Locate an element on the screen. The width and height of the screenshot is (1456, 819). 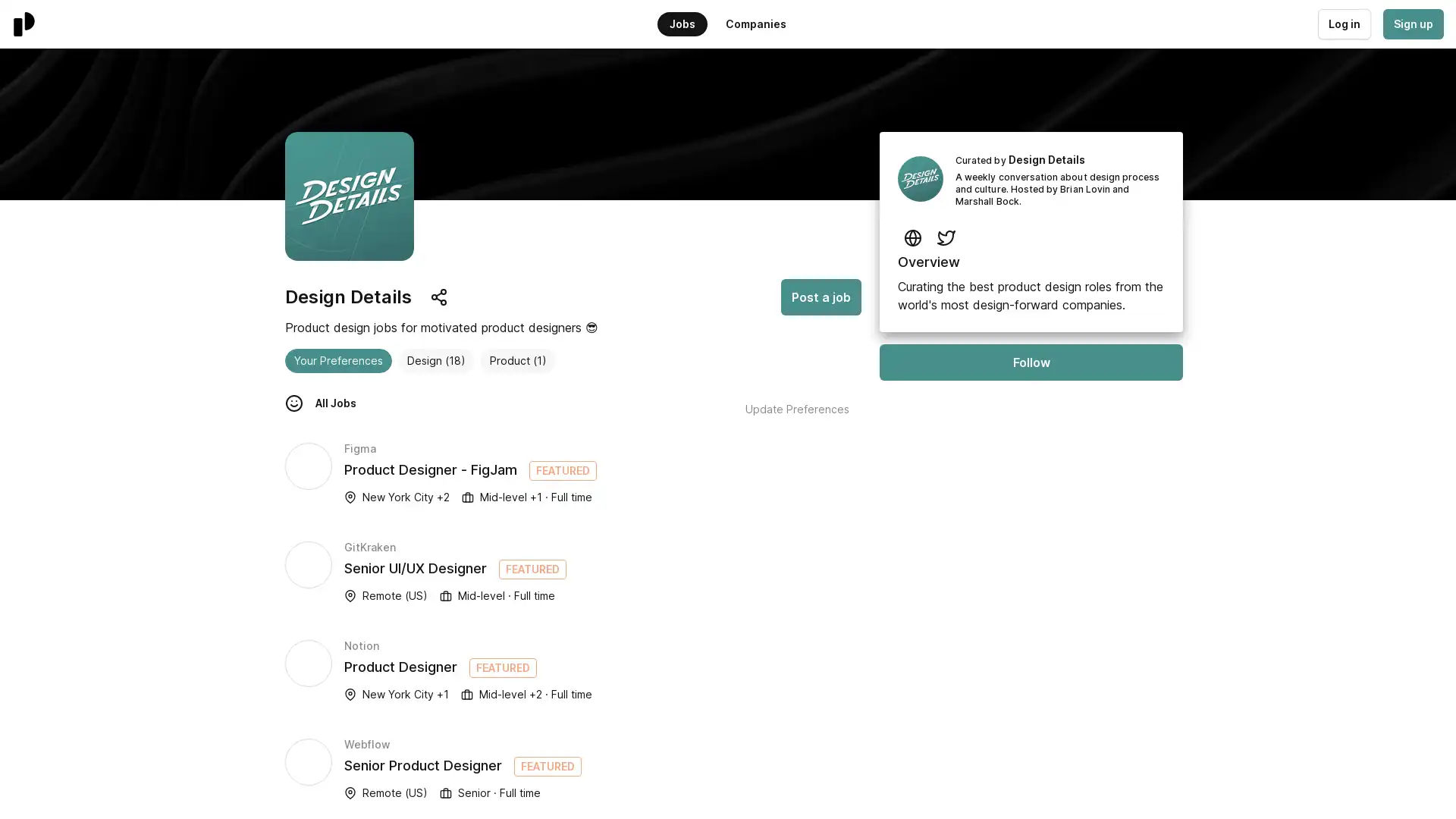
Post a job is located at coordinates (821, 297).